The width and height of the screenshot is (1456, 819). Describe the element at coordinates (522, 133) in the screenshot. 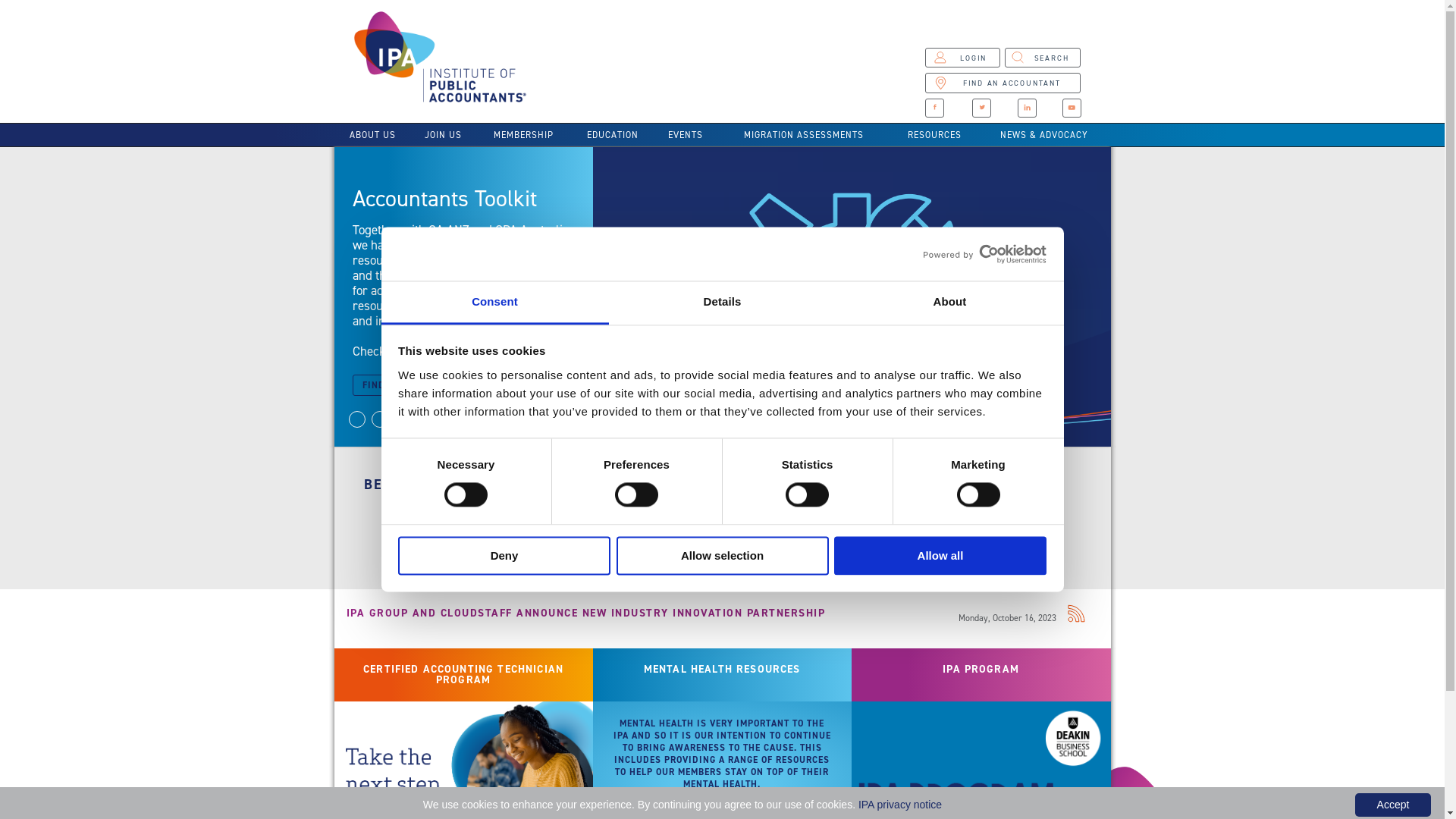

I see `'MEMBERSHIP'` at that location.